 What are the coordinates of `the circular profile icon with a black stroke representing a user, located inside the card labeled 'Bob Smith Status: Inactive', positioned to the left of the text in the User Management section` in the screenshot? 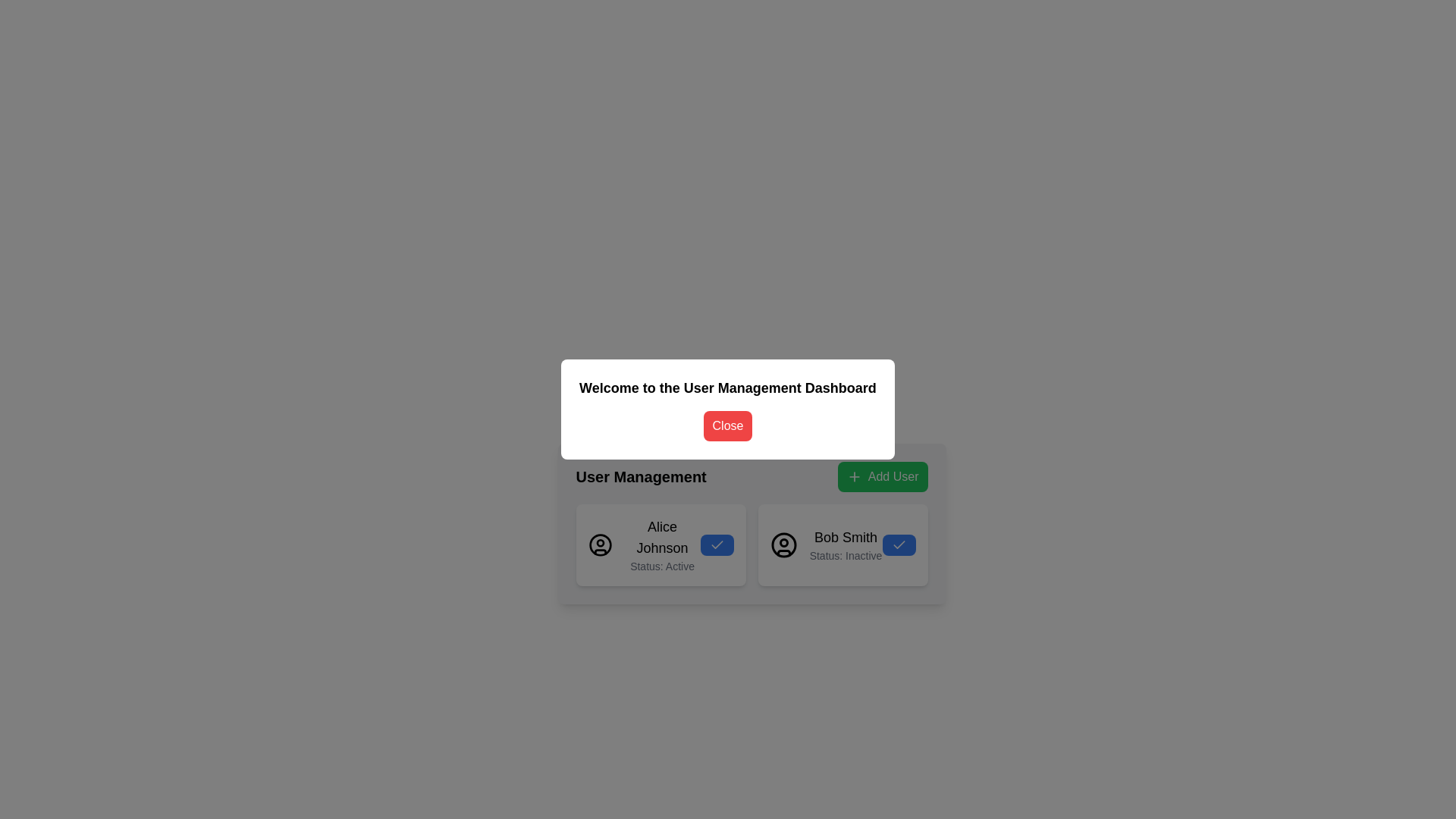 It's located at (783, 544).